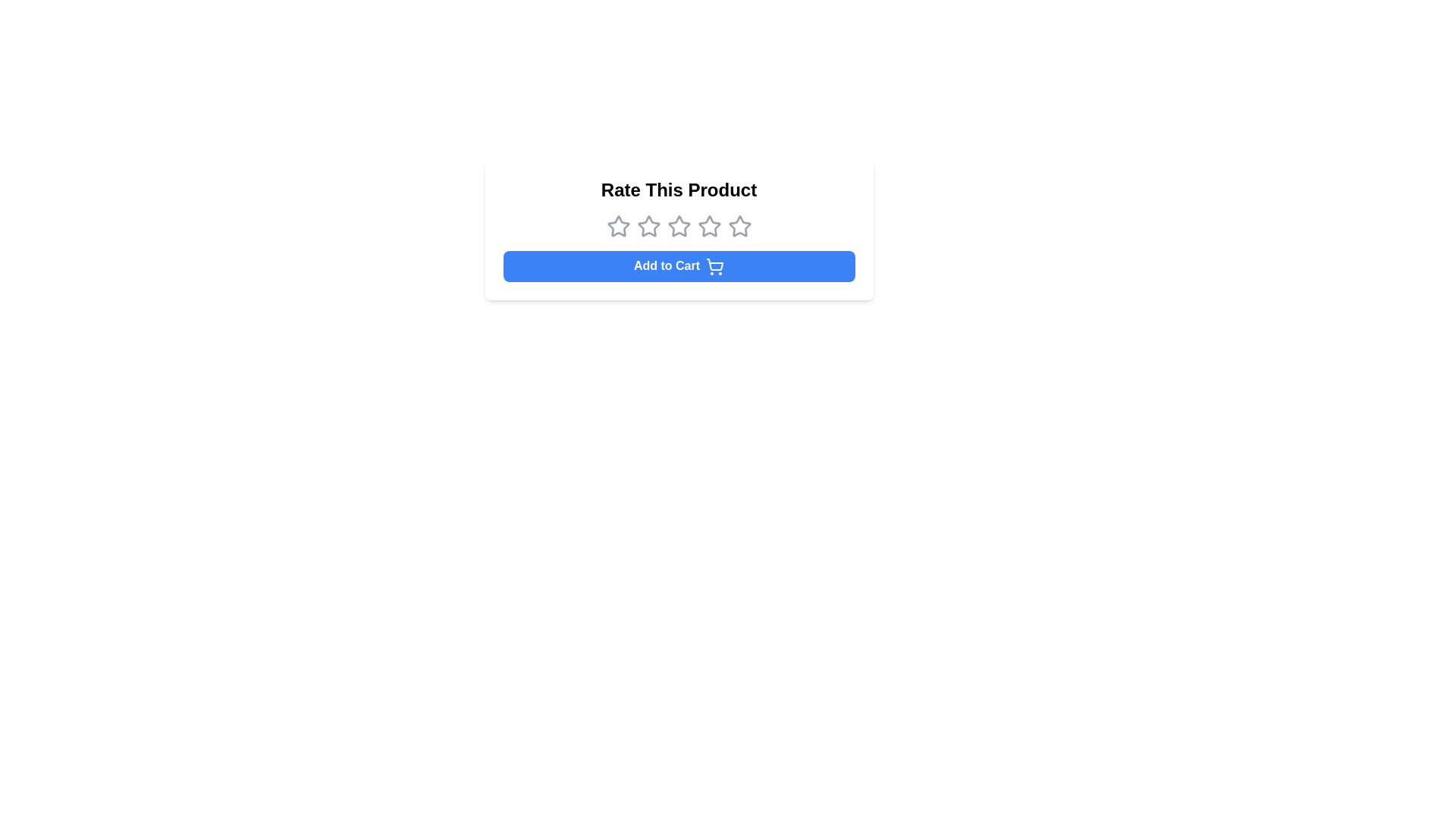 The height and width of the screenshot is (819, 1456). Describe the element at coordinates (648, 227) in the screenshot. I see `the second star icon in the row of rating stars under 'Rate This Product'` at that location.